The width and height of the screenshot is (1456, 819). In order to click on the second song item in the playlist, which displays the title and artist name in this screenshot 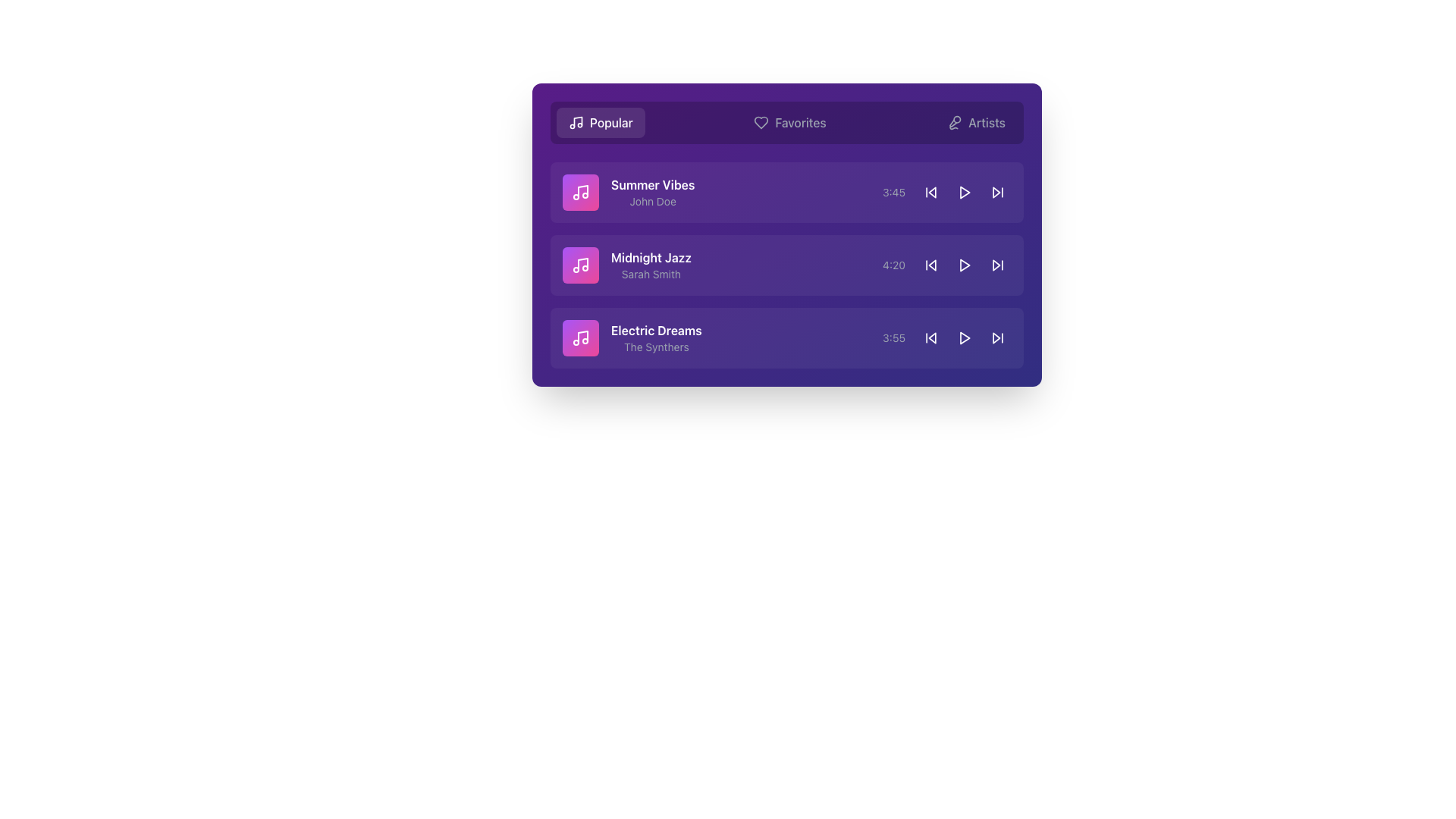, I will do `click(626, 265)`.